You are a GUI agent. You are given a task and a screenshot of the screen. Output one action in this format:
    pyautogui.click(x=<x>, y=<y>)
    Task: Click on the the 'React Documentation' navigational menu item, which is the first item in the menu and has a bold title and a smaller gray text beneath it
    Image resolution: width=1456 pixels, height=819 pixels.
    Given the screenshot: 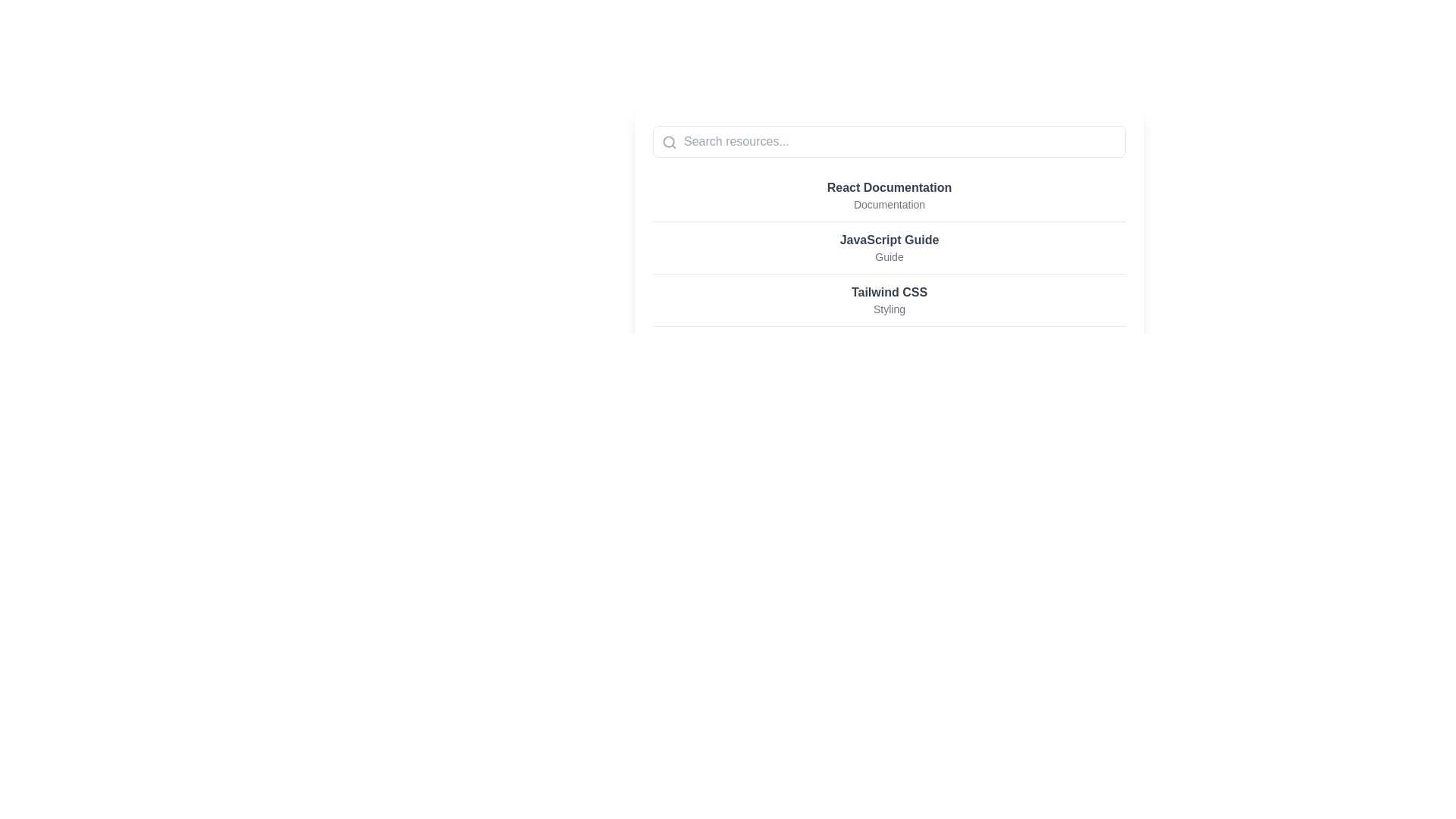 What is the action you would take?
    pyautogui.click(x=889, y=195)
    